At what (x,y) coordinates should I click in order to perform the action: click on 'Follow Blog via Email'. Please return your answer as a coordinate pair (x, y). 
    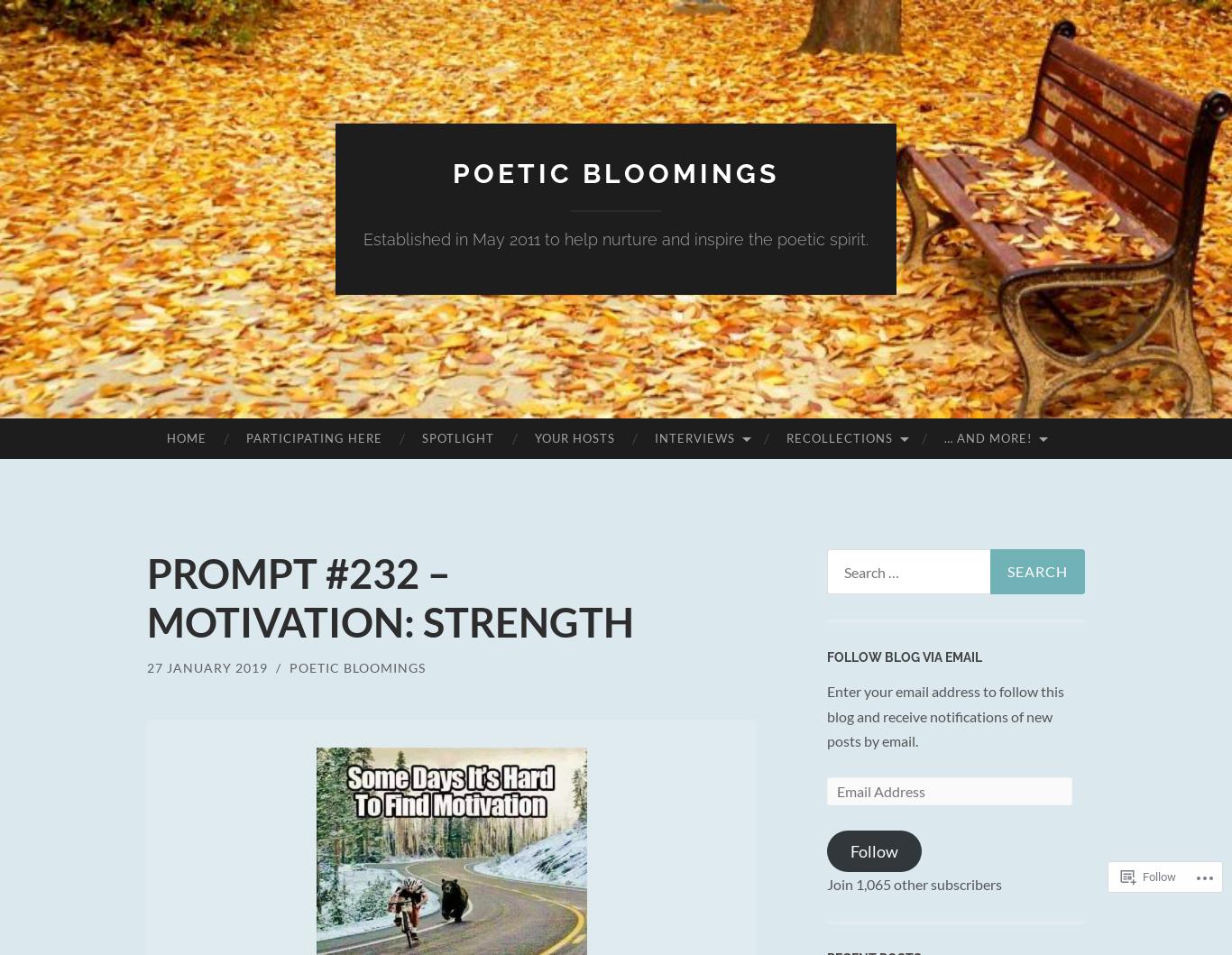
    Looking at the image, I should click on (826, 656).